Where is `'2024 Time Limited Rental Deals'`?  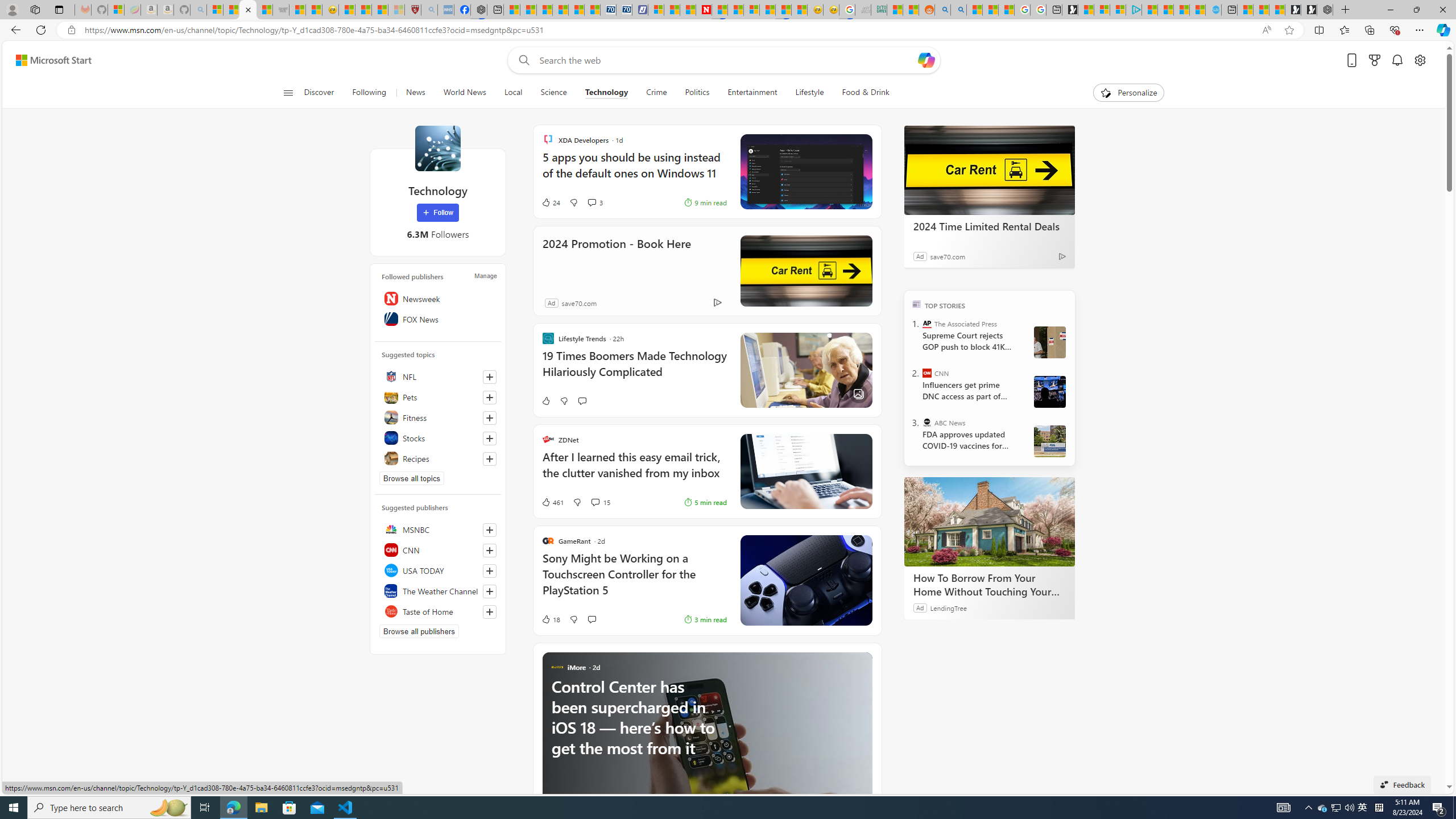
'2024 Time Limited Rental Deals' is located at coordinates (988, 169).